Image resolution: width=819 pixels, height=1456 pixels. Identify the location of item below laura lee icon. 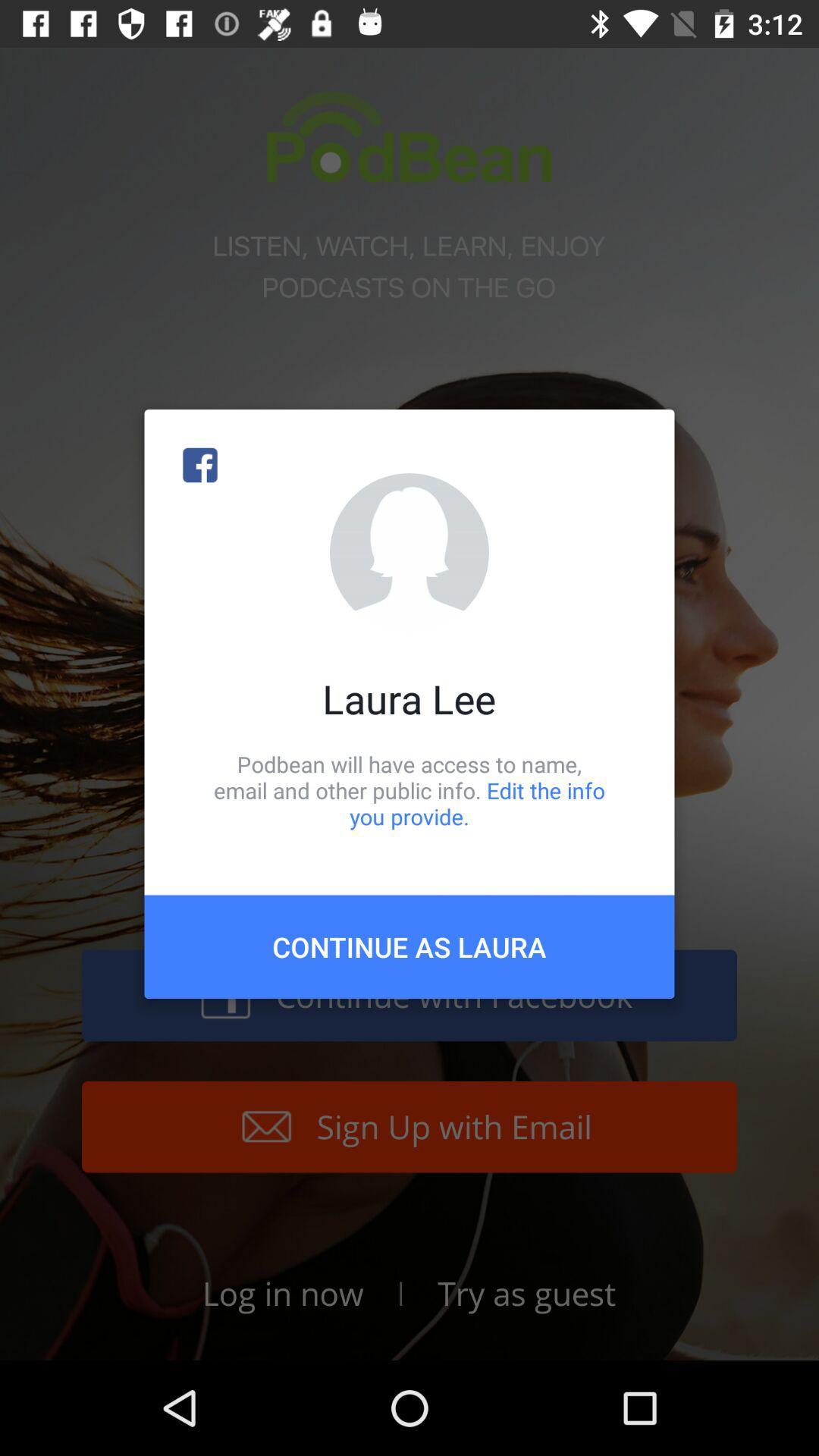
(409, 789).